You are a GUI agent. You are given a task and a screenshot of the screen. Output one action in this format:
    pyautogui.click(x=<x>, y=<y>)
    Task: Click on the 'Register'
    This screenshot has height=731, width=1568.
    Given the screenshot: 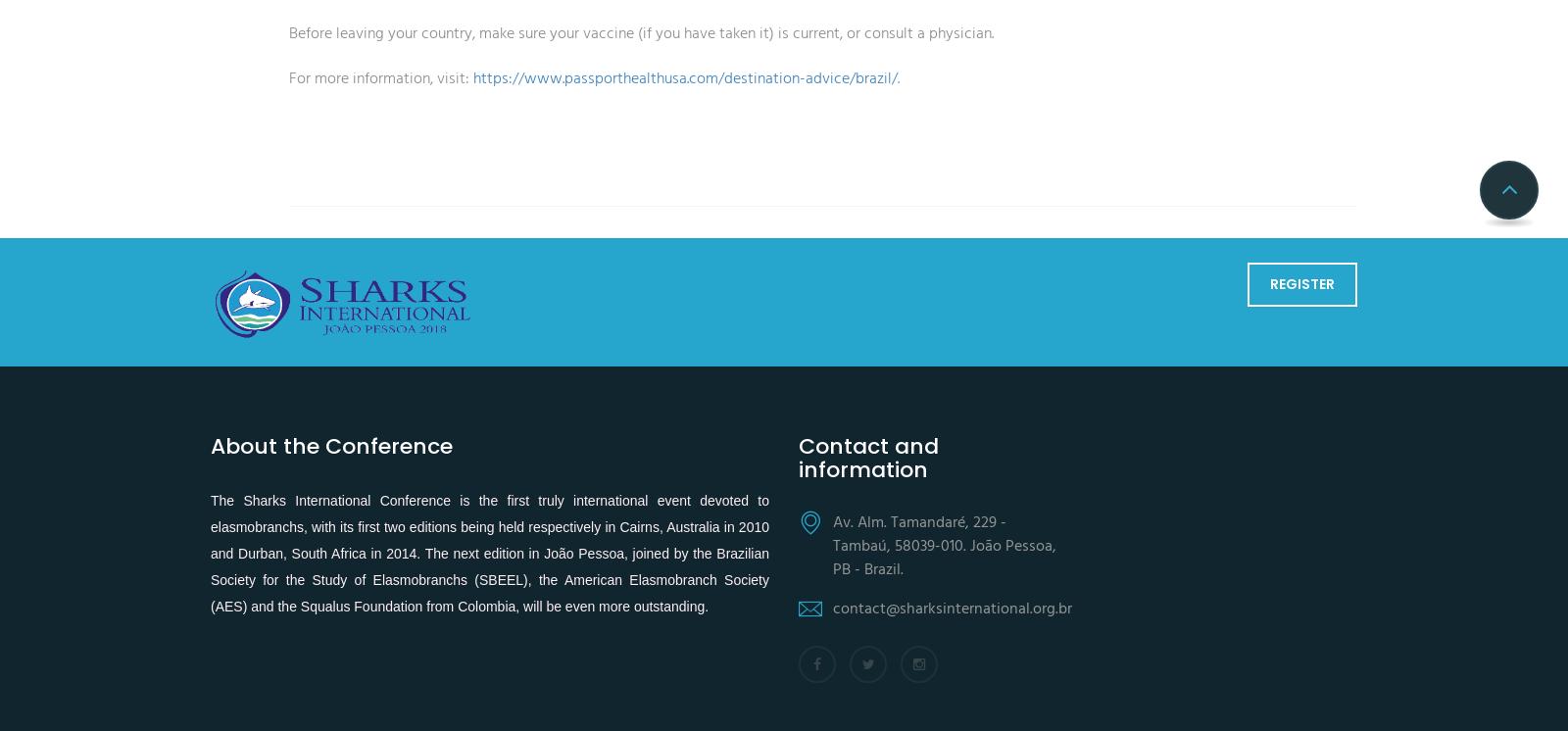 What is the action you would take?
    pyautogui.click(x=1300, y=282)
    